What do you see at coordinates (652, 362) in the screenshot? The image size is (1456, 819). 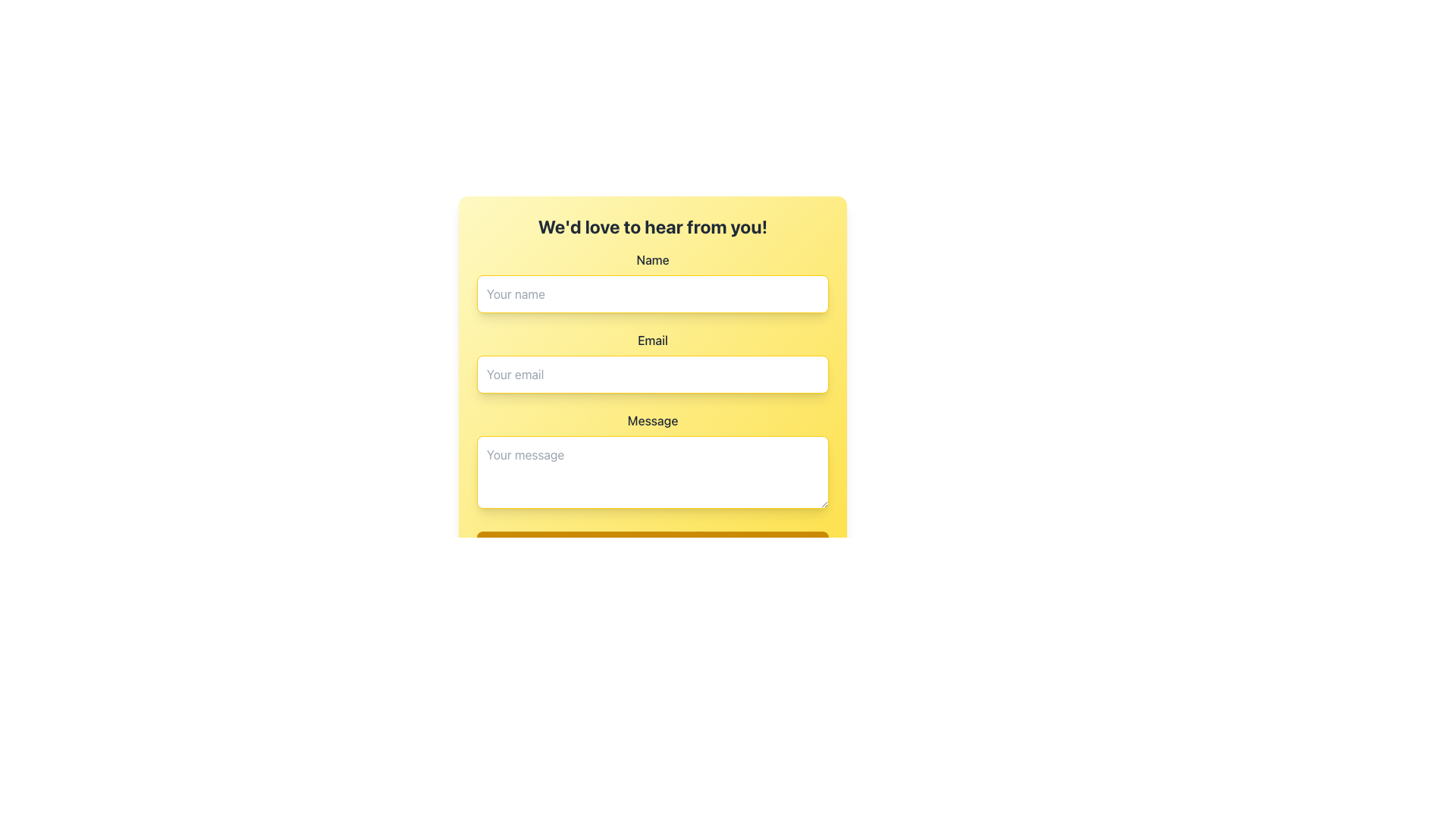 I see `the second input field for email address in the form, which is located below the 'Name' input field and above the 'Message' text area` at bounding box center [652, 362].